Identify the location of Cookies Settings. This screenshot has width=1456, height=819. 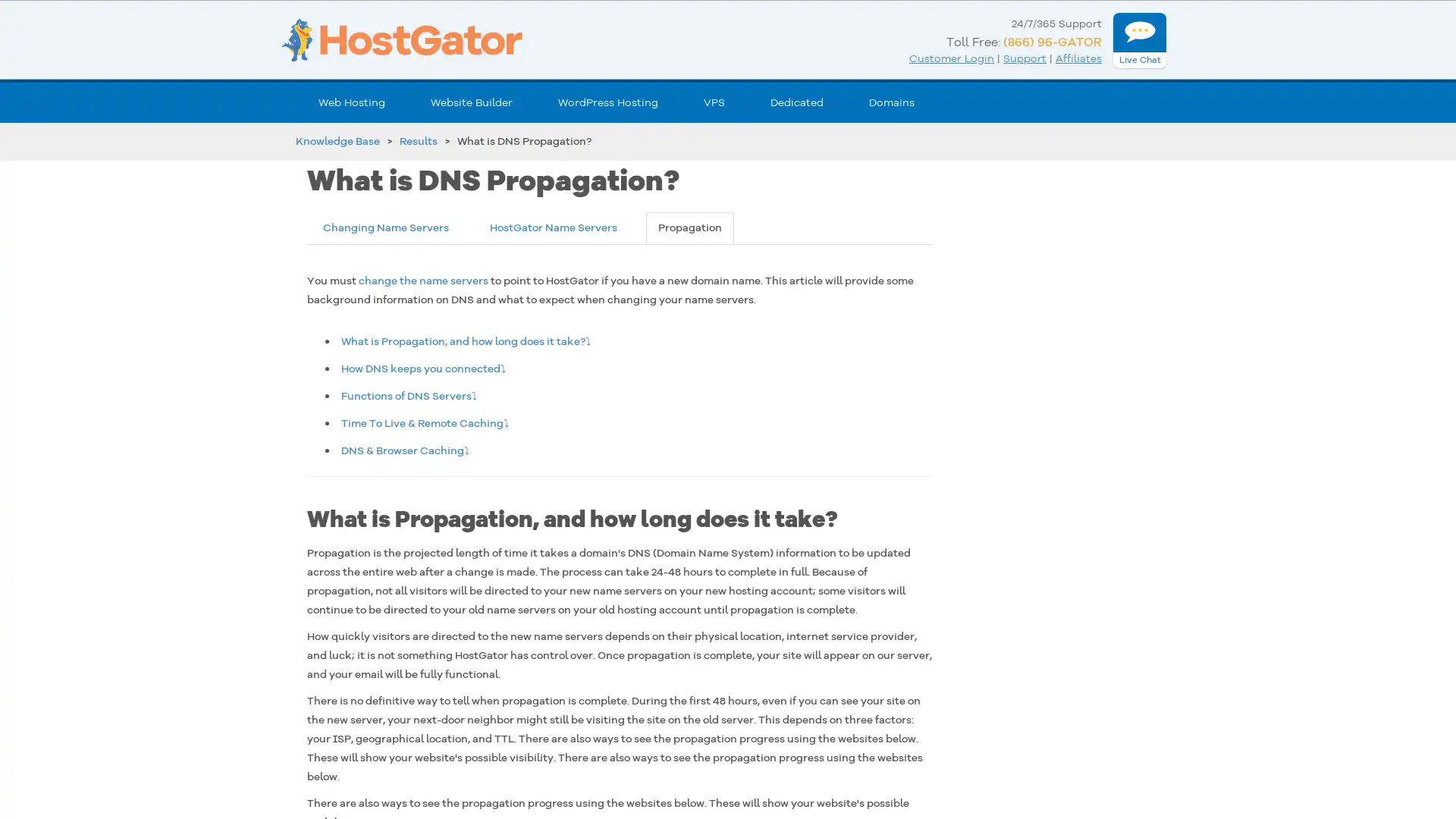
(154, 767).